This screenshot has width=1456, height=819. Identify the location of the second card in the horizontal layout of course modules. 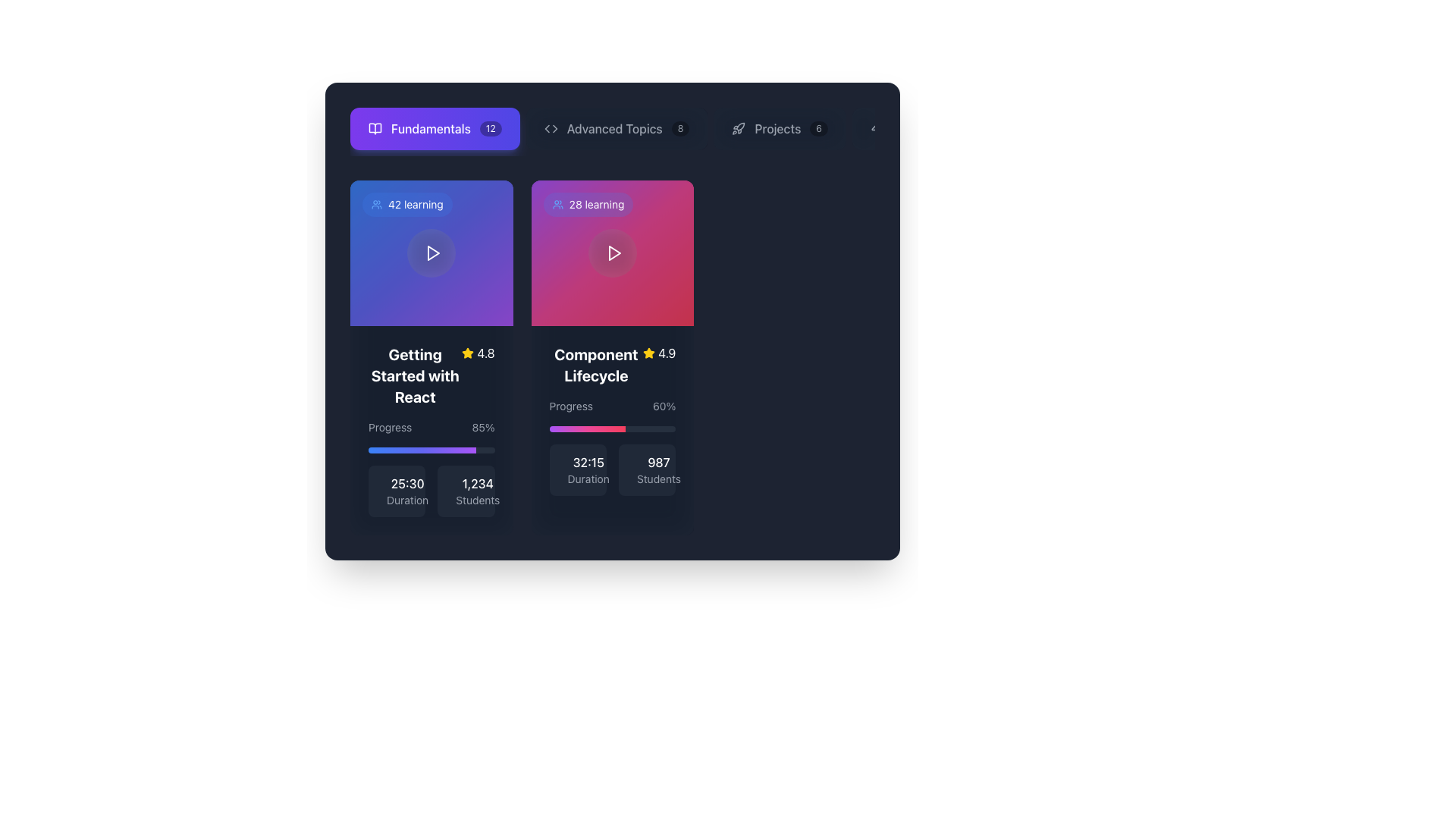
(612, 253).